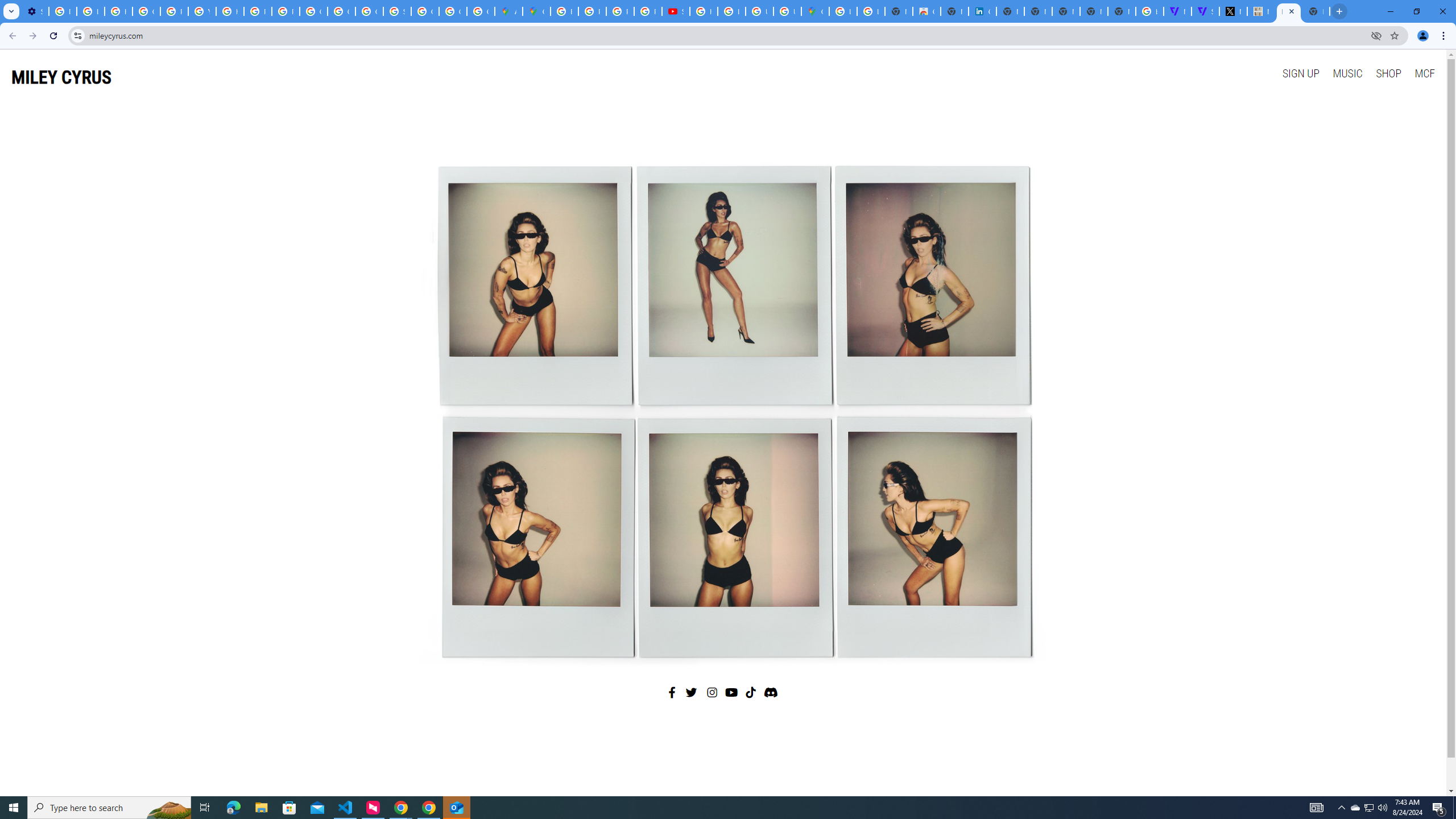 The height and width of the screenshot is (819, 1456). Describe the element at coordinates (672, 692) in the screenshot. I see `'Facebook'` at that location.